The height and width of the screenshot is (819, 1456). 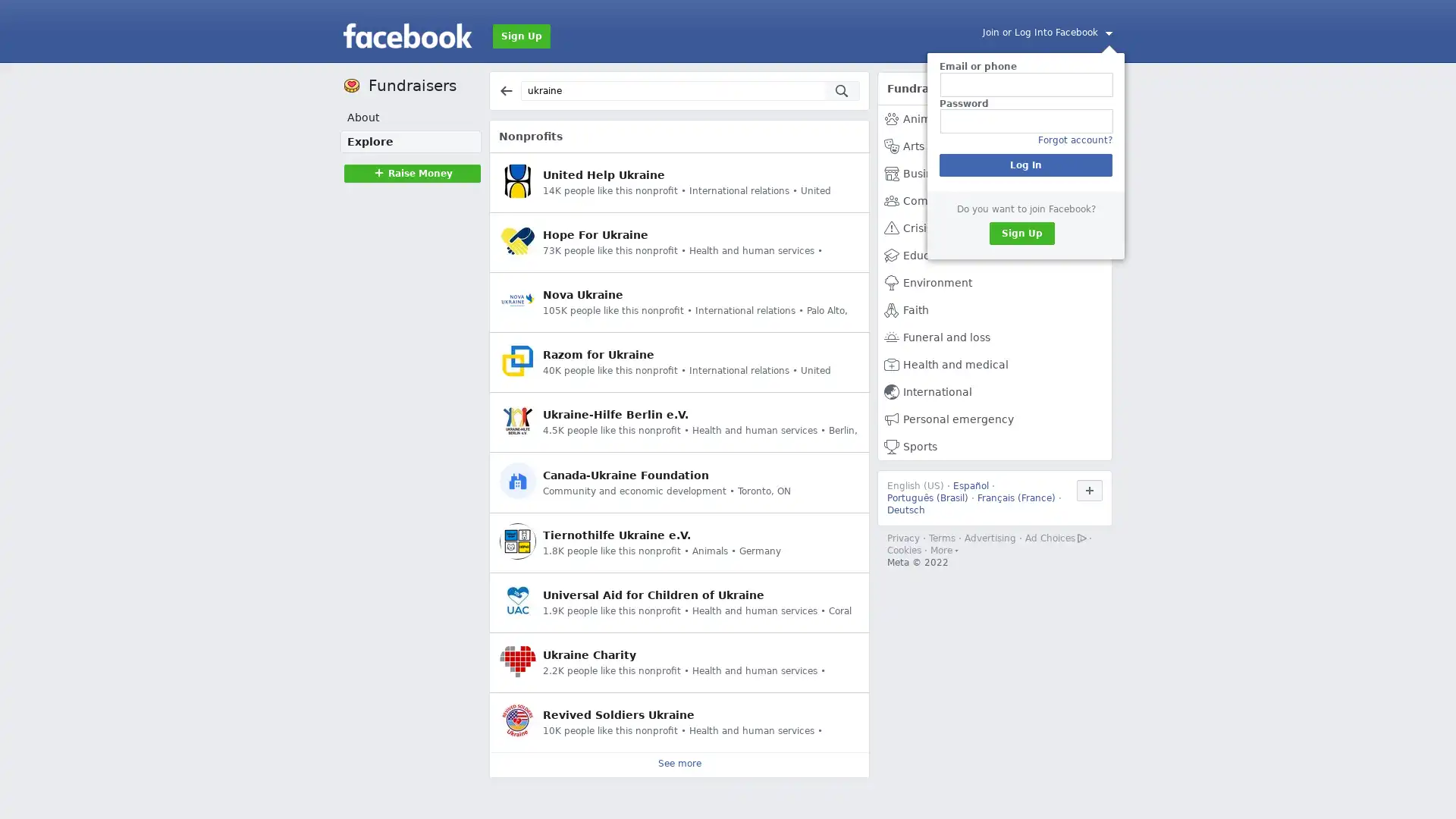 I want to click on Sign Up, so click(x=521, y=35).